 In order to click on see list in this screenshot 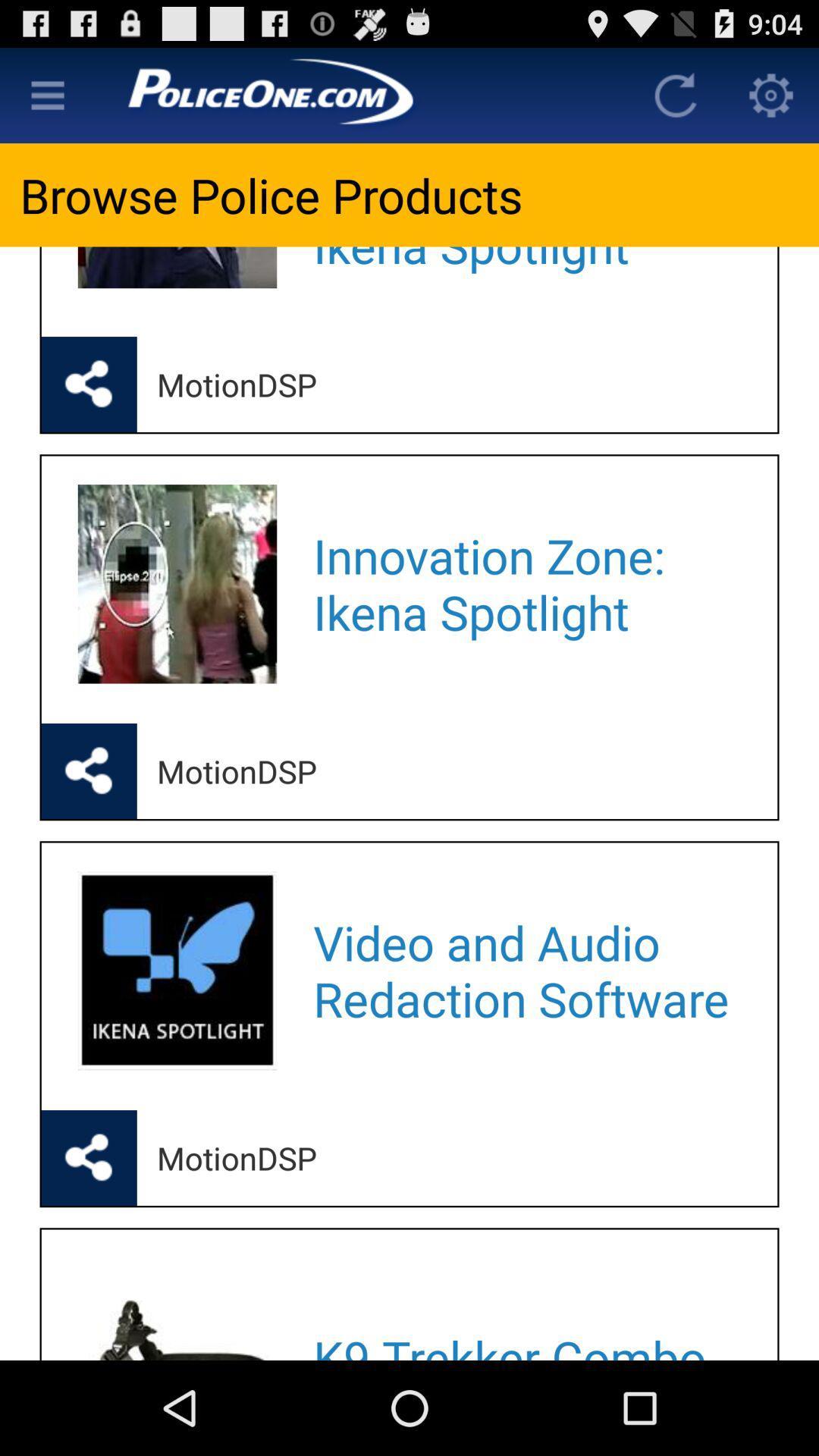, I will do `click(46, 94)`.